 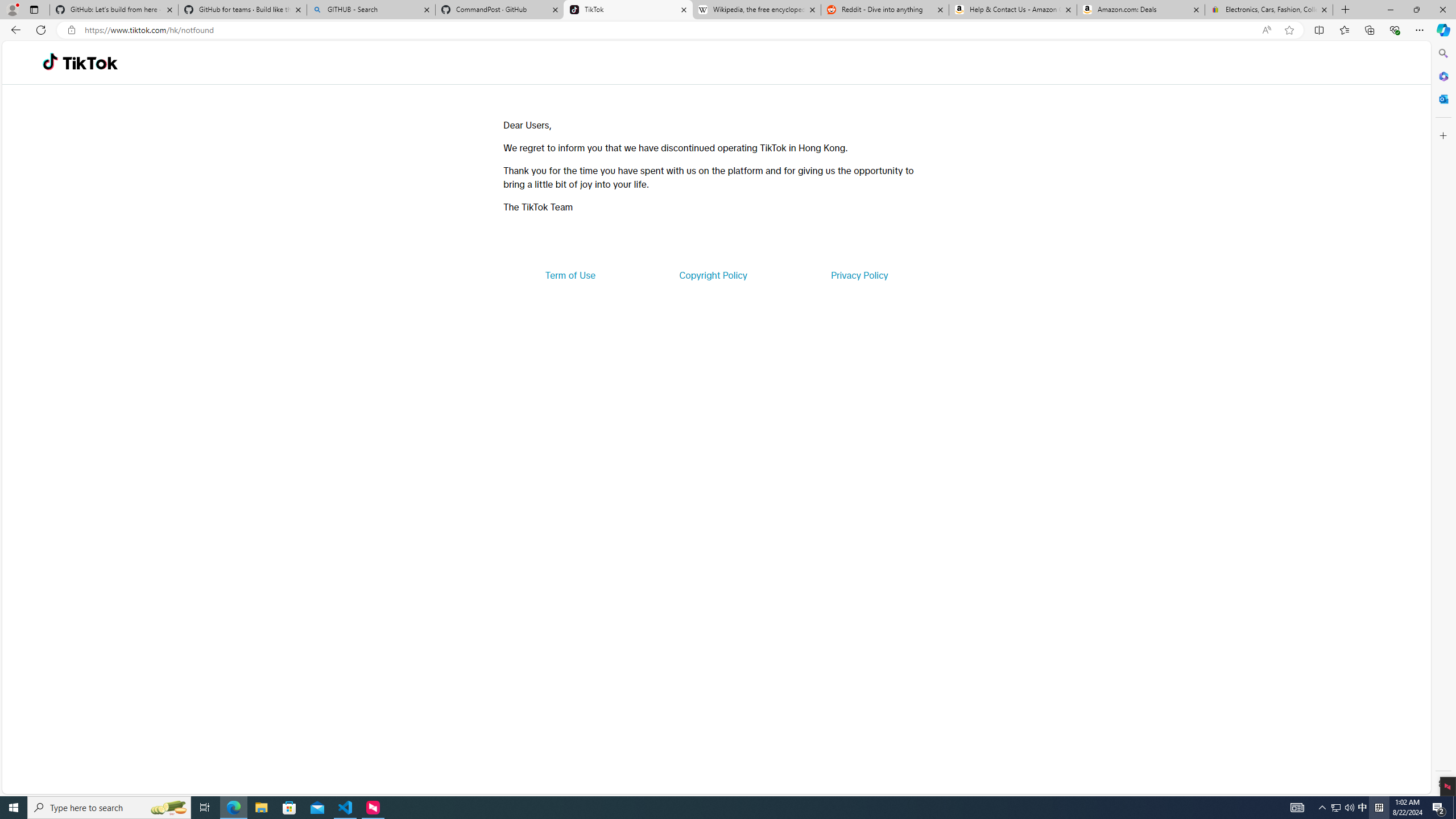 What do you see at coordinates (858, 274) in the screenshot?
I see `'Privacy Policy'` at bounding box center [858, 274].